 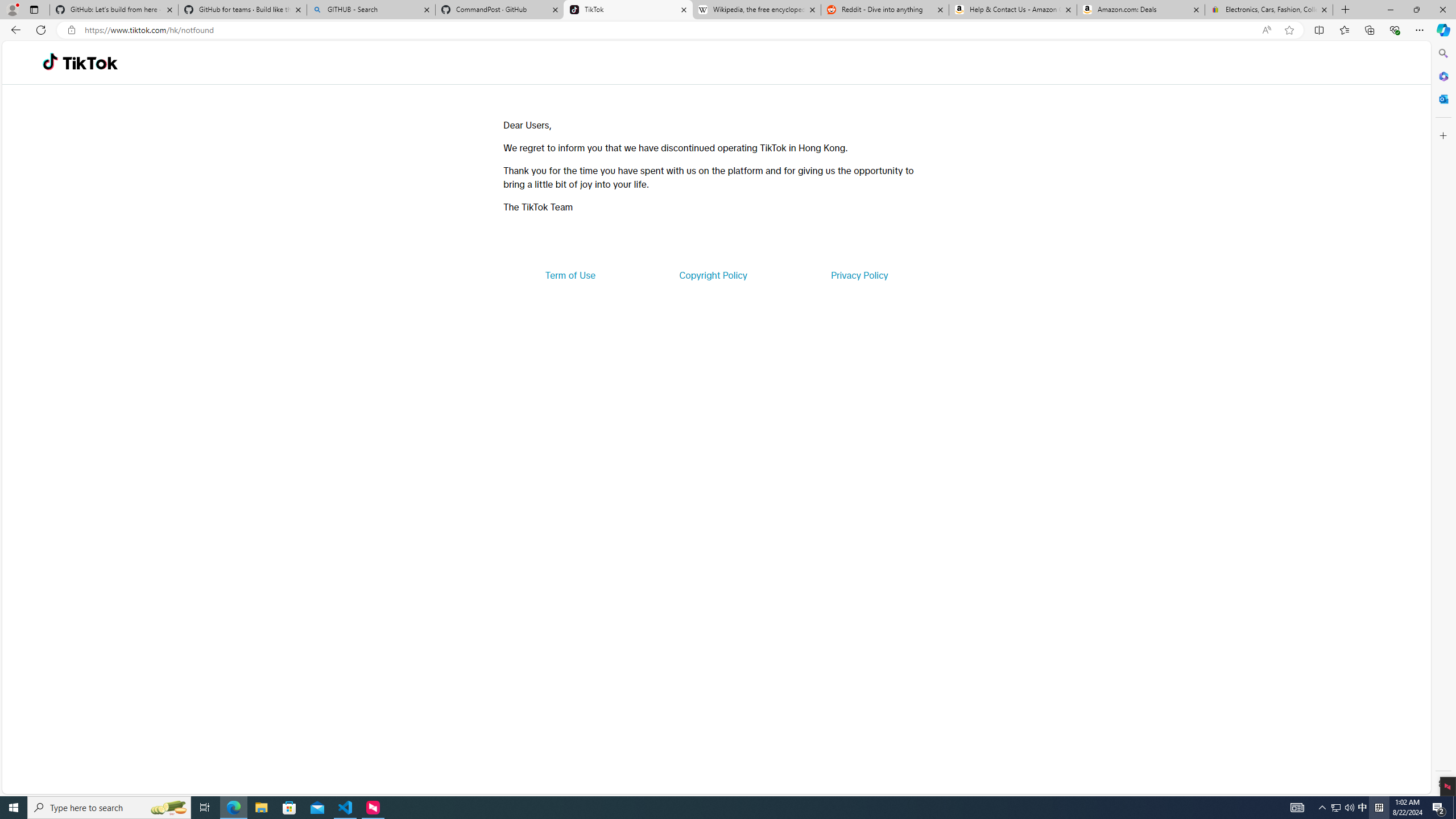 What do you see at coordinates (858, 274) in the screenshot?
I see `'Privacy Policy'` at bounding box center [858, 274].